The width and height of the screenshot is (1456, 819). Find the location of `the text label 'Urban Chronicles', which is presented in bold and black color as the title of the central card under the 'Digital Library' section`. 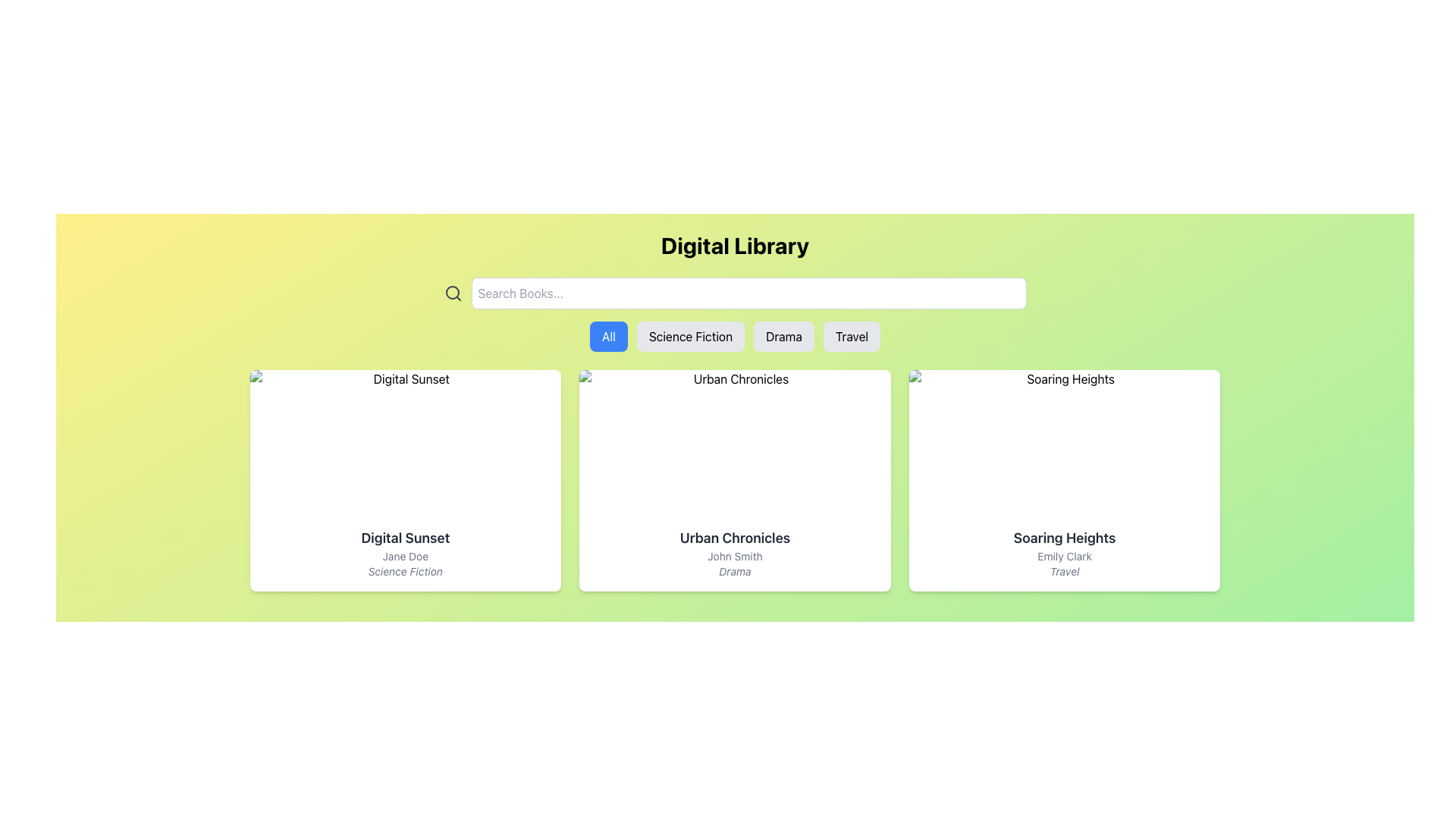

the text label 'Urban Chronicles', which is presented in bold and black color as the title of the central card under the 'Digital Library' section is located at coordinates (735, 537).